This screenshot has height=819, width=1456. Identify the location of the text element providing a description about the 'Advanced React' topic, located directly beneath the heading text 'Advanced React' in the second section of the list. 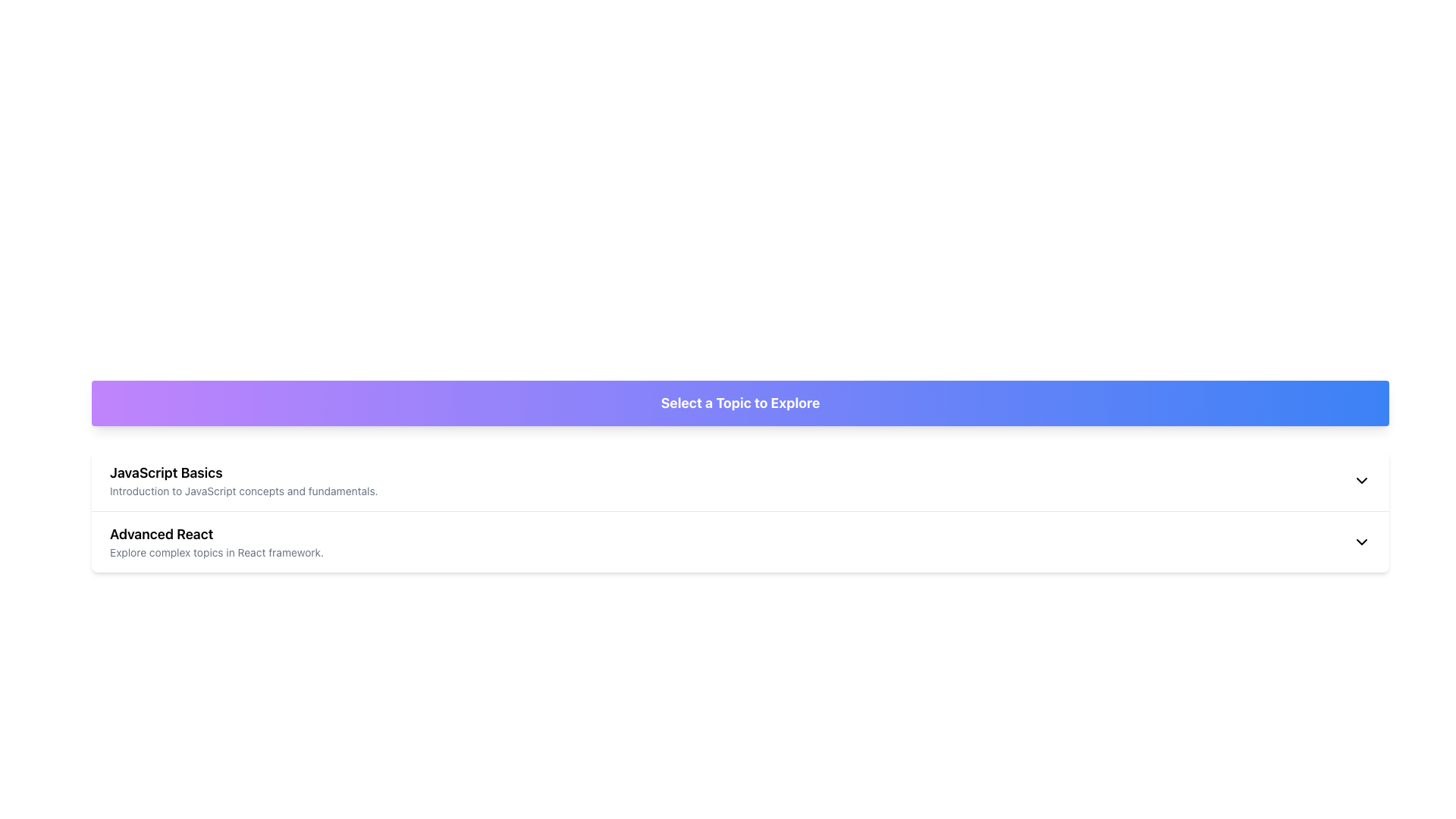
(216, 553).